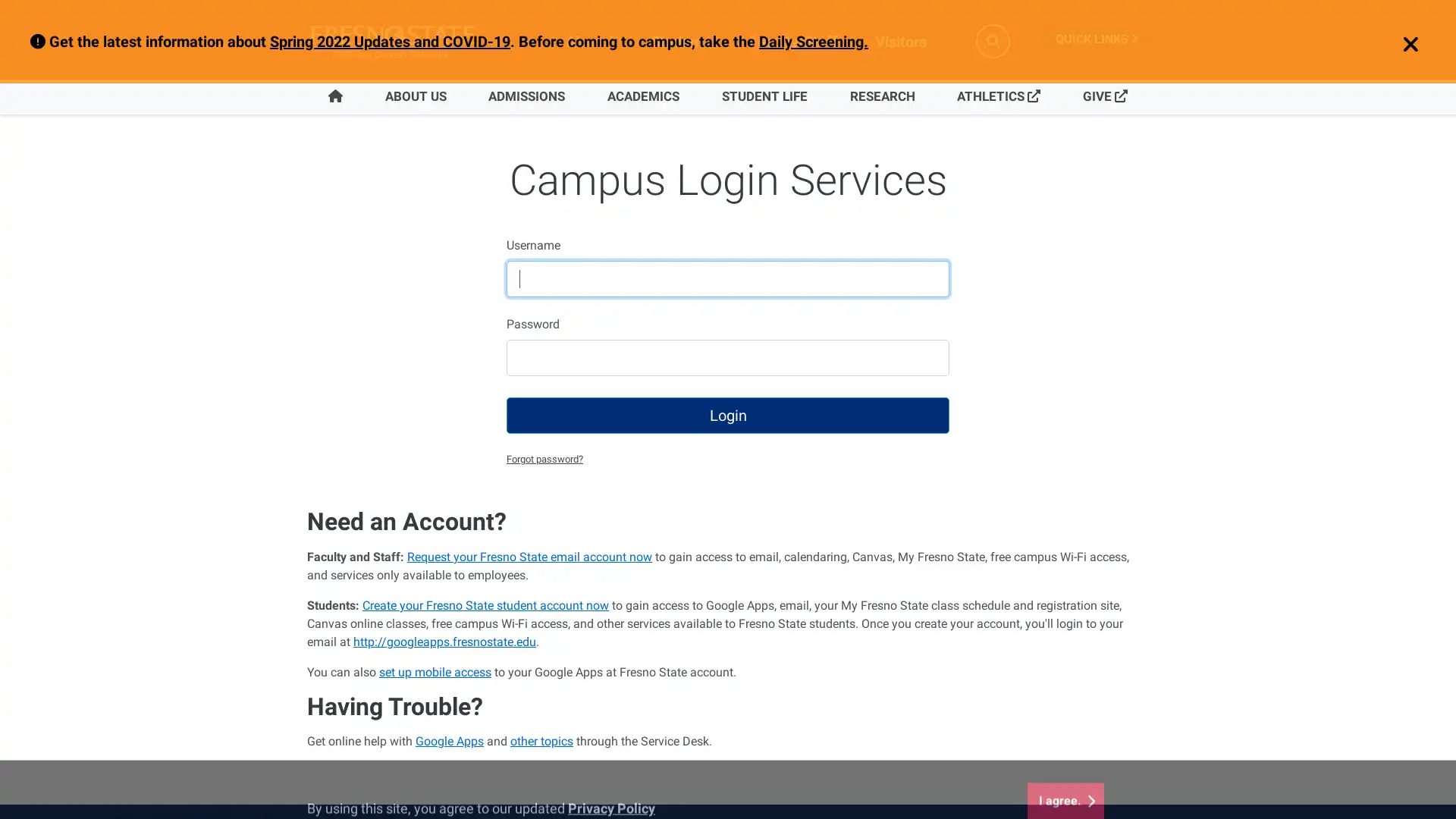 This screenshot has height=819, width=1456. I want to click on learn more about cookies, so click(611, 770).